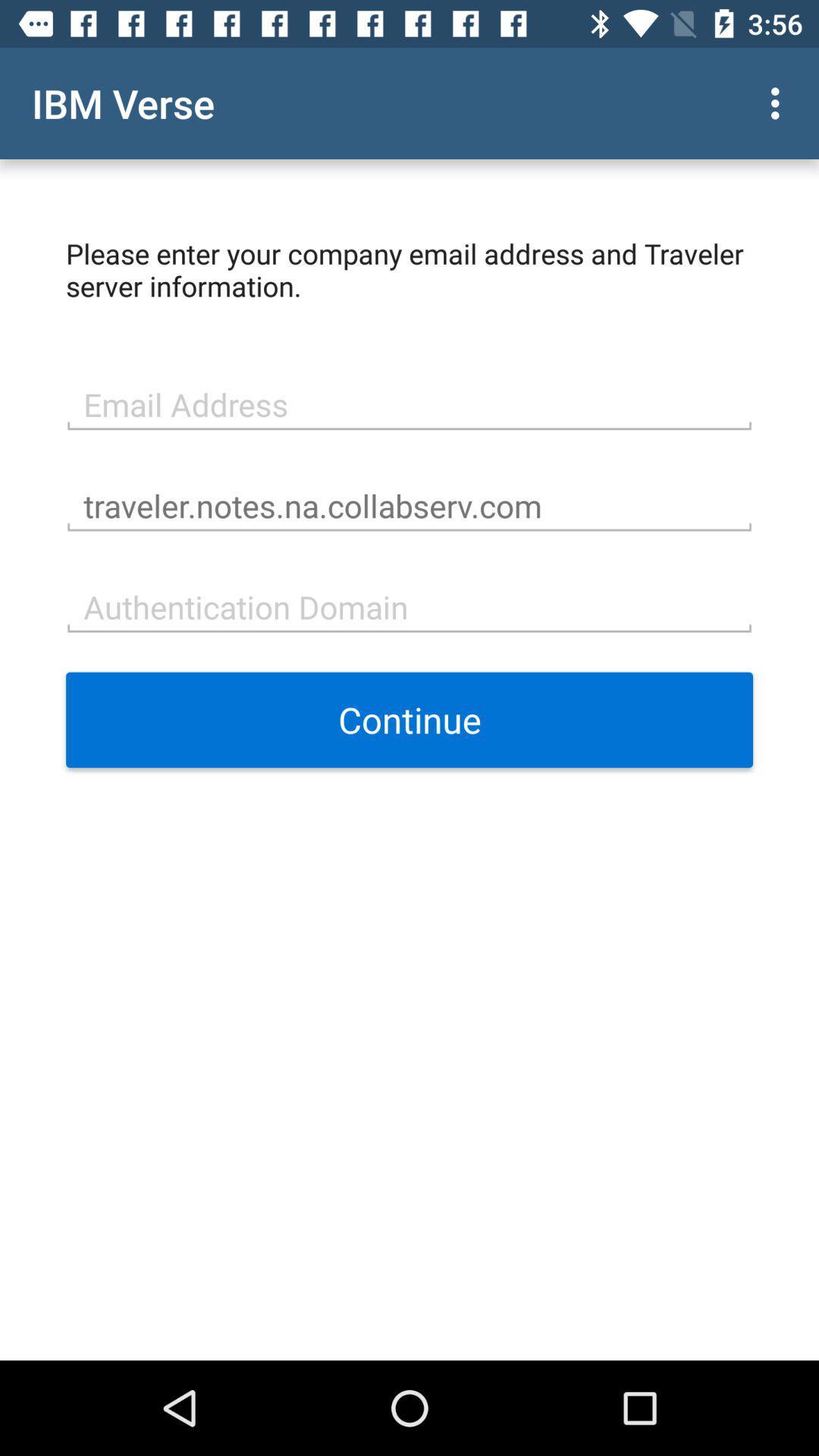  Describe the element at coordinates (409, 604) in the screenshot. I see `icon above continue icon` at that location.